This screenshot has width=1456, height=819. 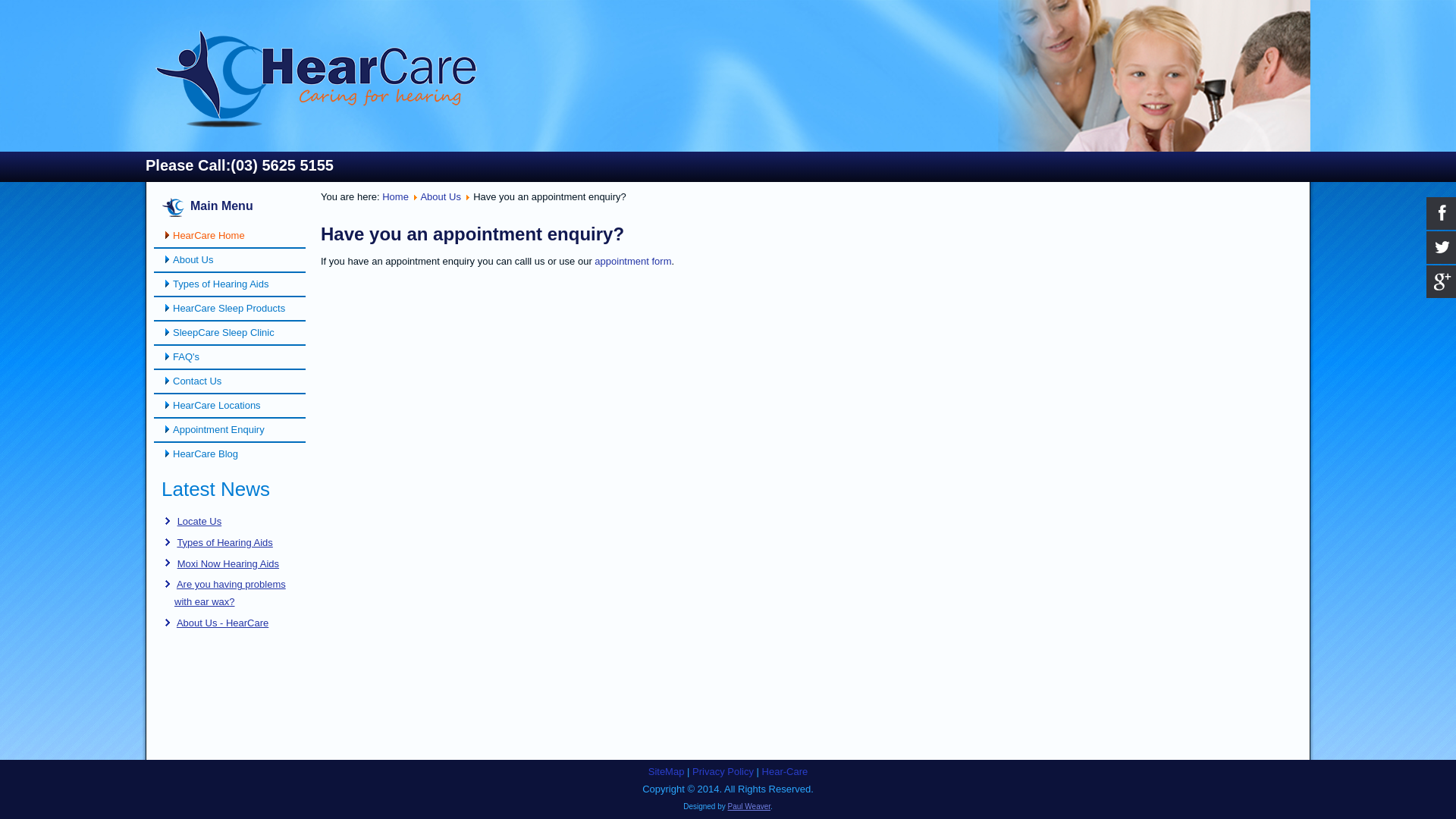 What do you see at coordinates (153, 380) in the screenshot?
I see `'Contact Us'` at bounding box center [153, 380].